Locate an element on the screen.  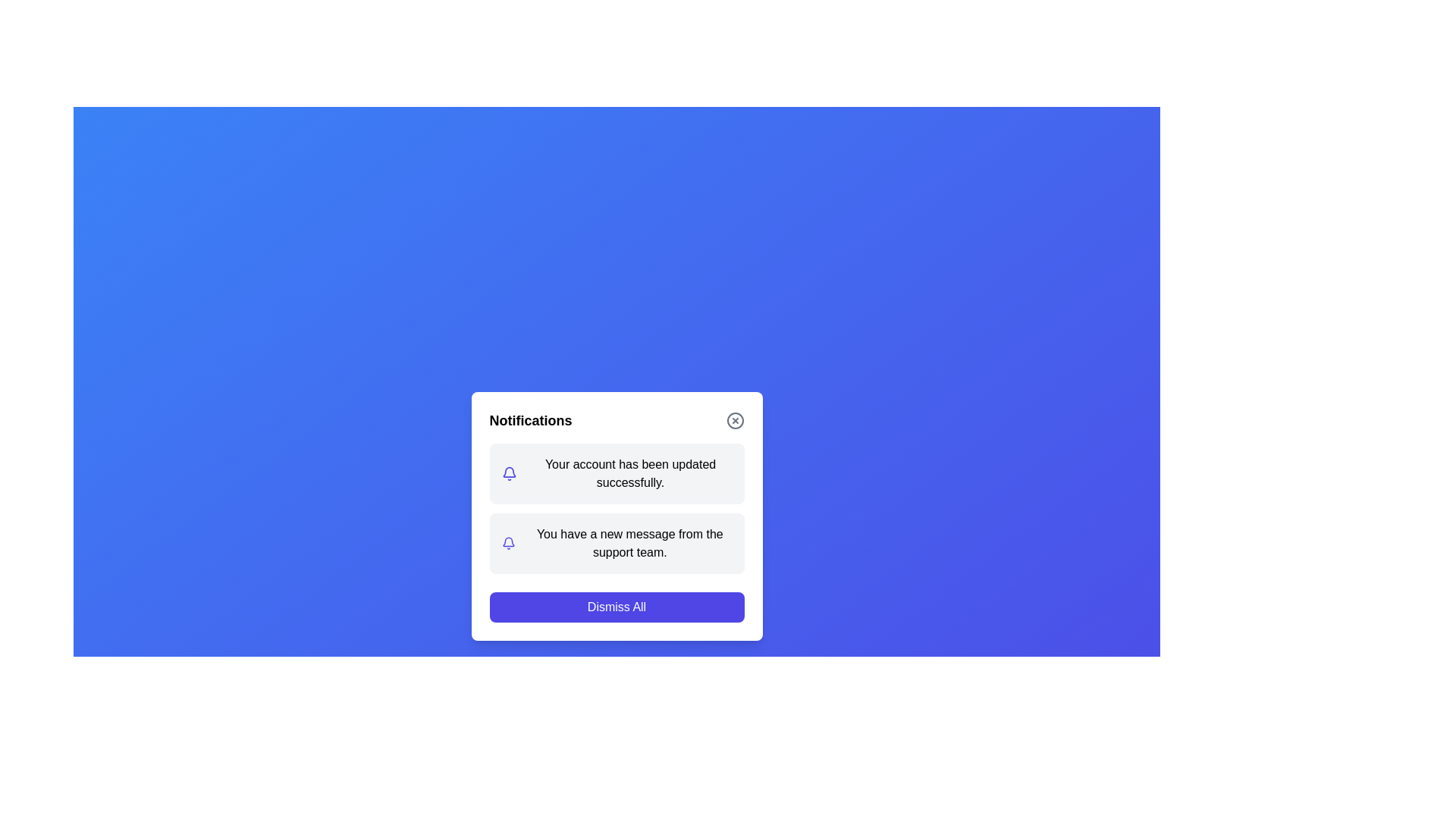
the indigo bell icon with a modern thin-line design, located to the left of the text 'Your account has been updated successfully' in the first notification entry is located at coordinates (509, 472).